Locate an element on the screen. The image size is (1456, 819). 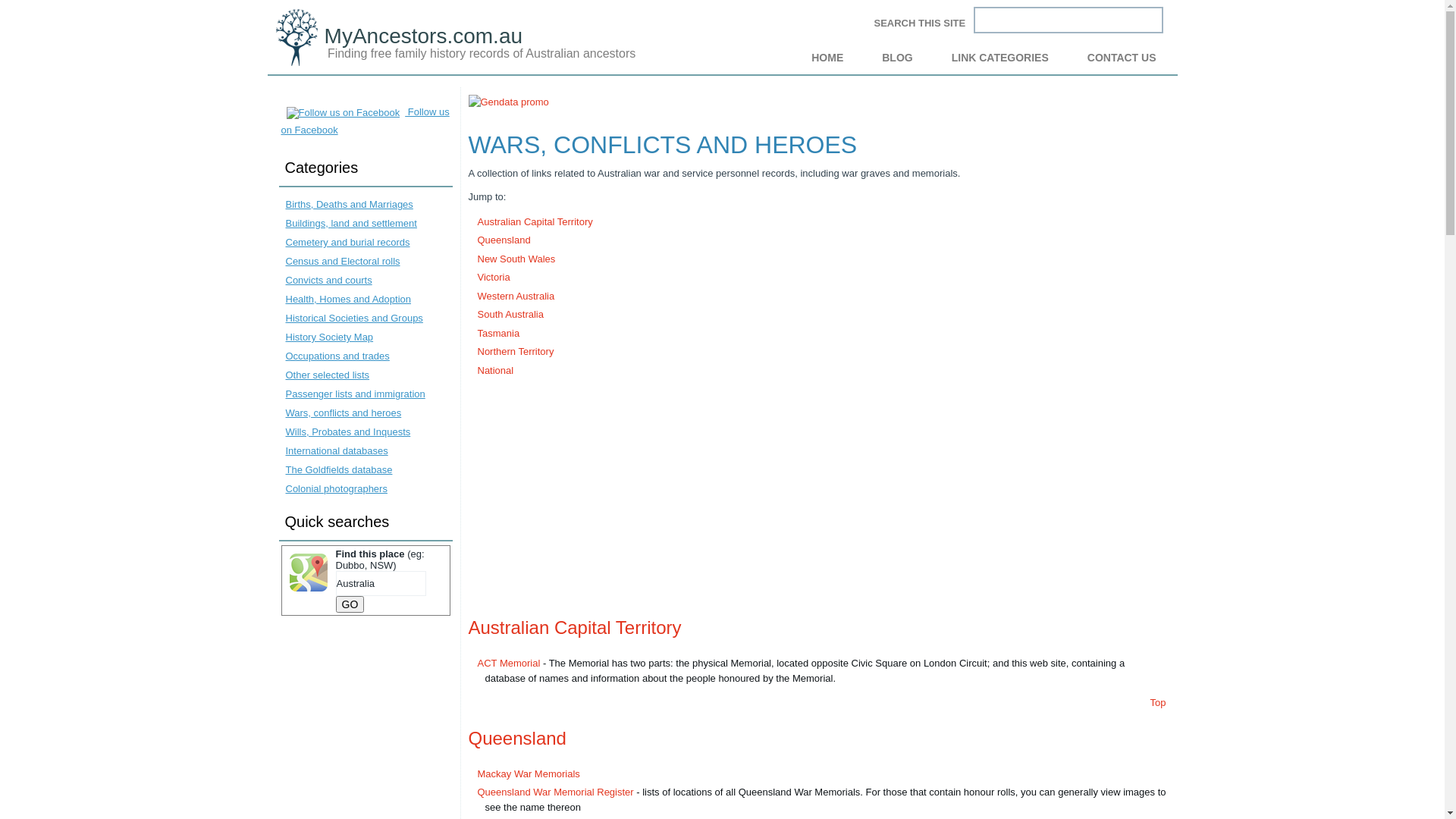
'Buildings, land and settlement' is located at coordinates (350, 223).